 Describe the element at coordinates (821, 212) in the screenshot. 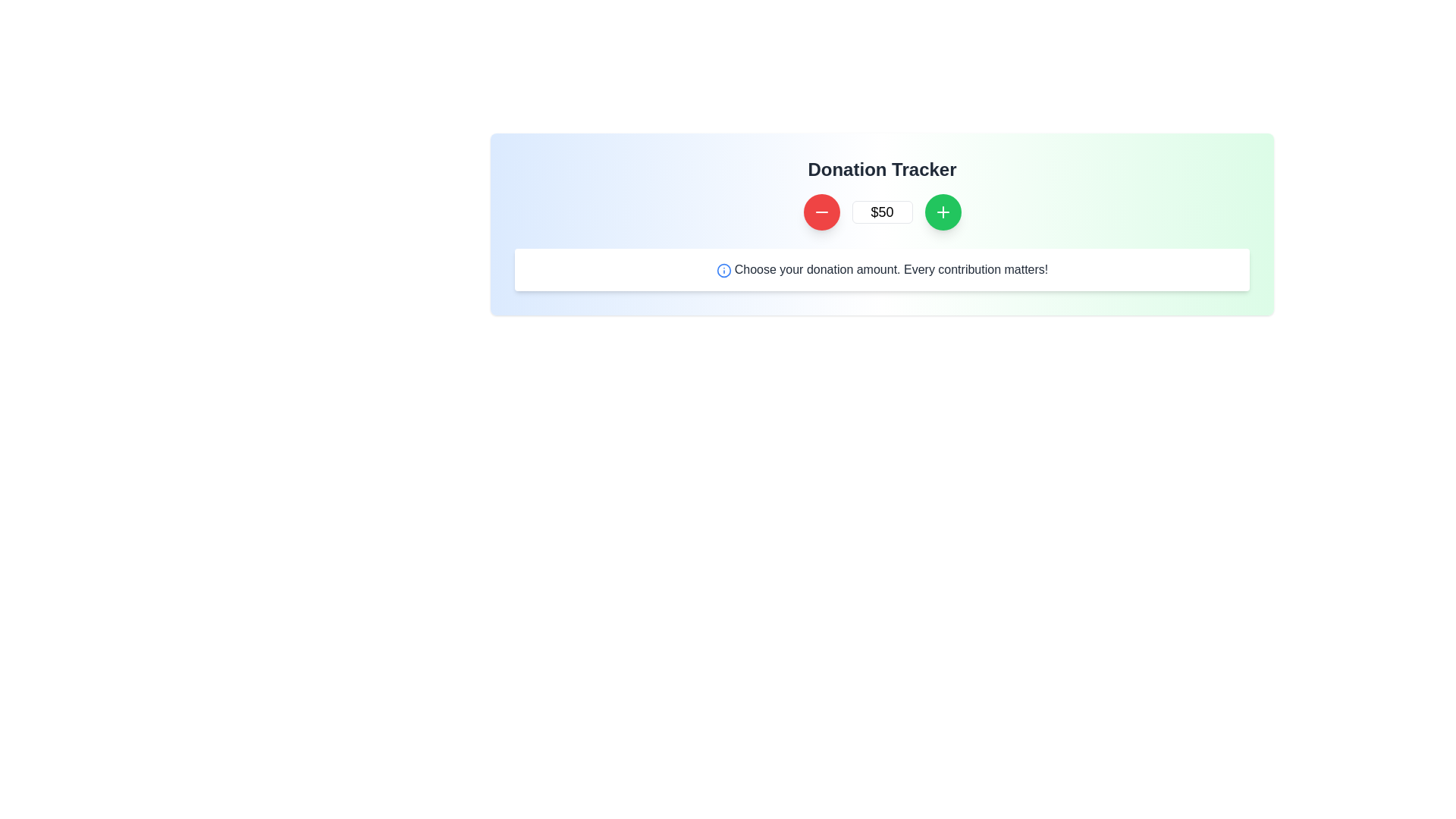

I see `the decrement button, which is represented by a minus icon centered within a red circular button, to reduce the numeric value displayed next to it` at that location.